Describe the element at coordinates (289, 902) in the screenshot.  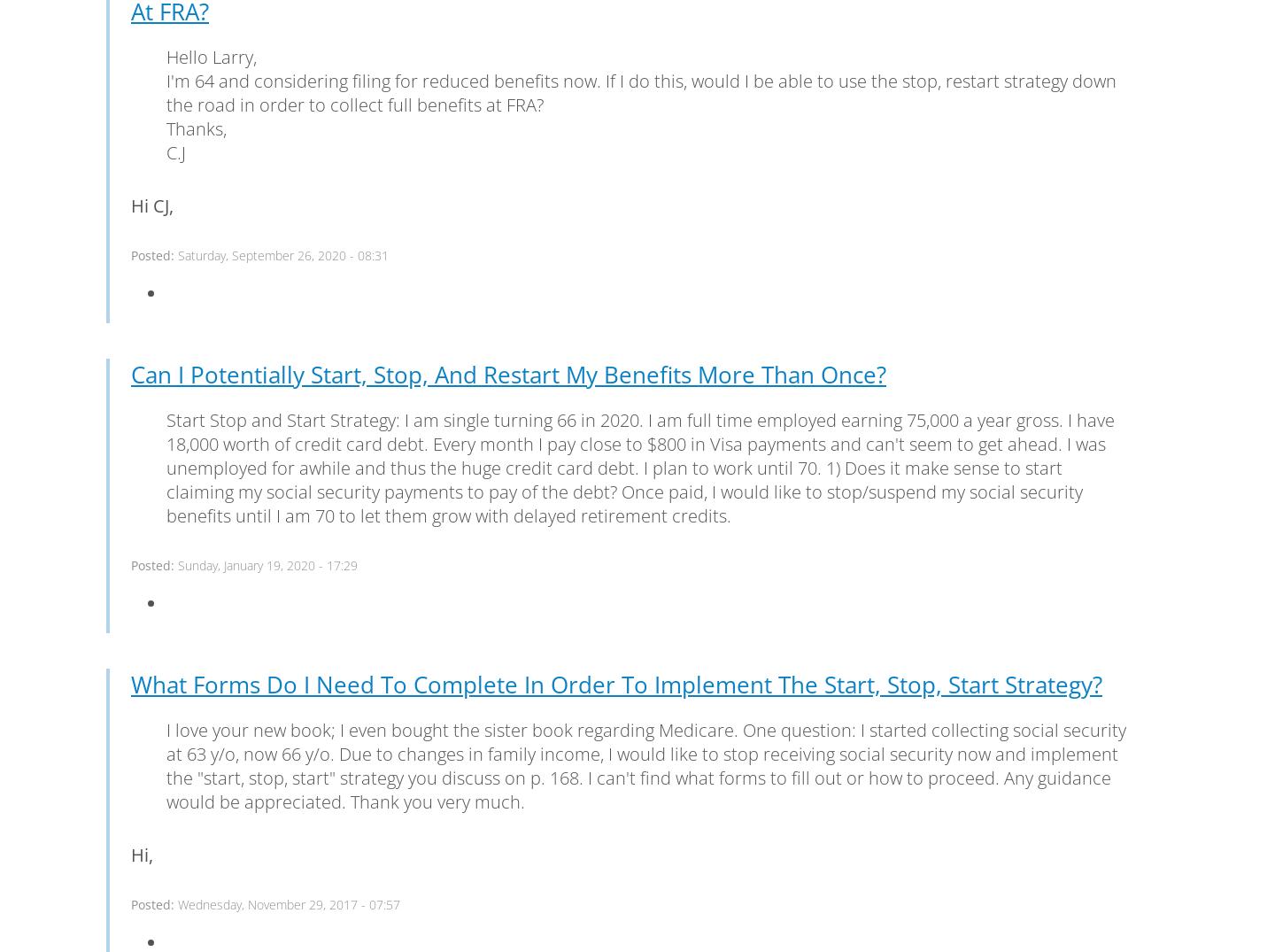
I see `'Wednesday, November 29, 2017 - 07:57'` at that location.